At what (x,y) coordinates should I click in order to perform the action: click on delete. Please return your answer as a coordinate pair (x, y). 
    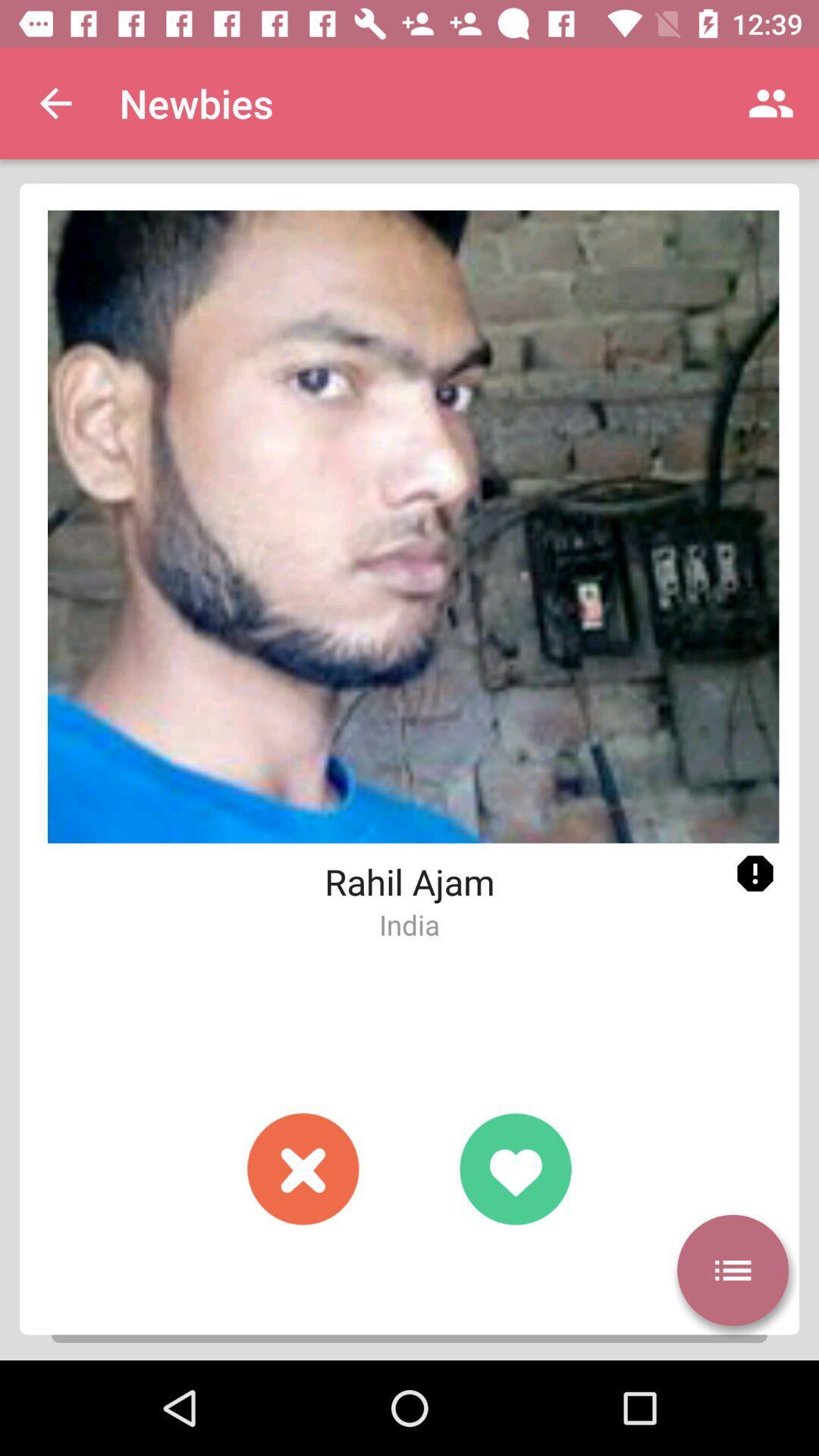
    Looking at the image, I should click on (303, 1168).